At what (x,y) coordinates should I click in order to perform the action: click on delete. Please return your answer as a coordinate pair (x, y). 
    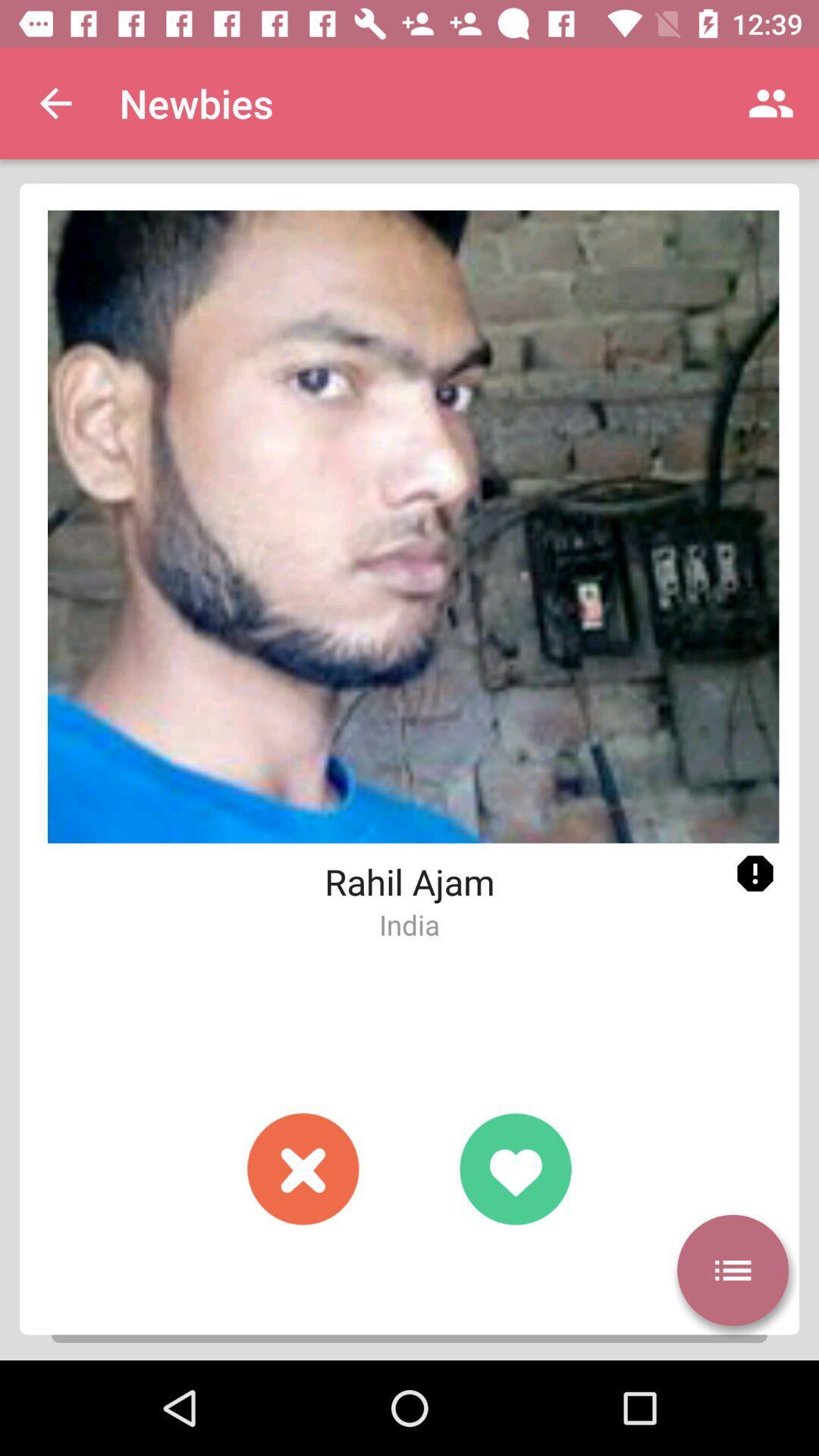
    Looking at the image, I should click on (303, 1168).